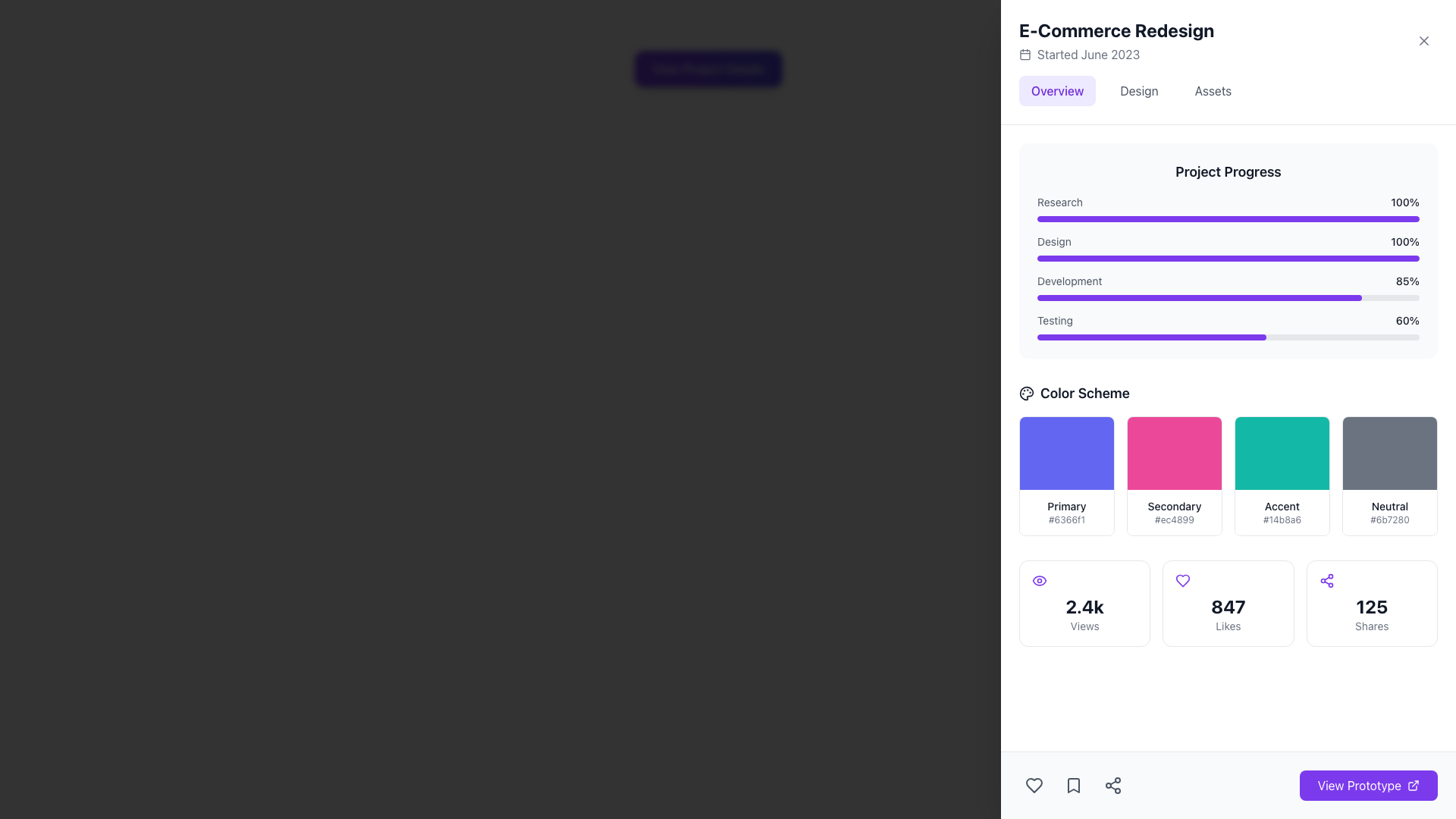 This screenshot has height=819, width=1456. Describe the element at coordinates (1372, 605) in the screenshot. I see `number displayed in the Text Display located at the bottom right of the interface, above the label 'Shares', which visually represents engagement with the content` at that location.